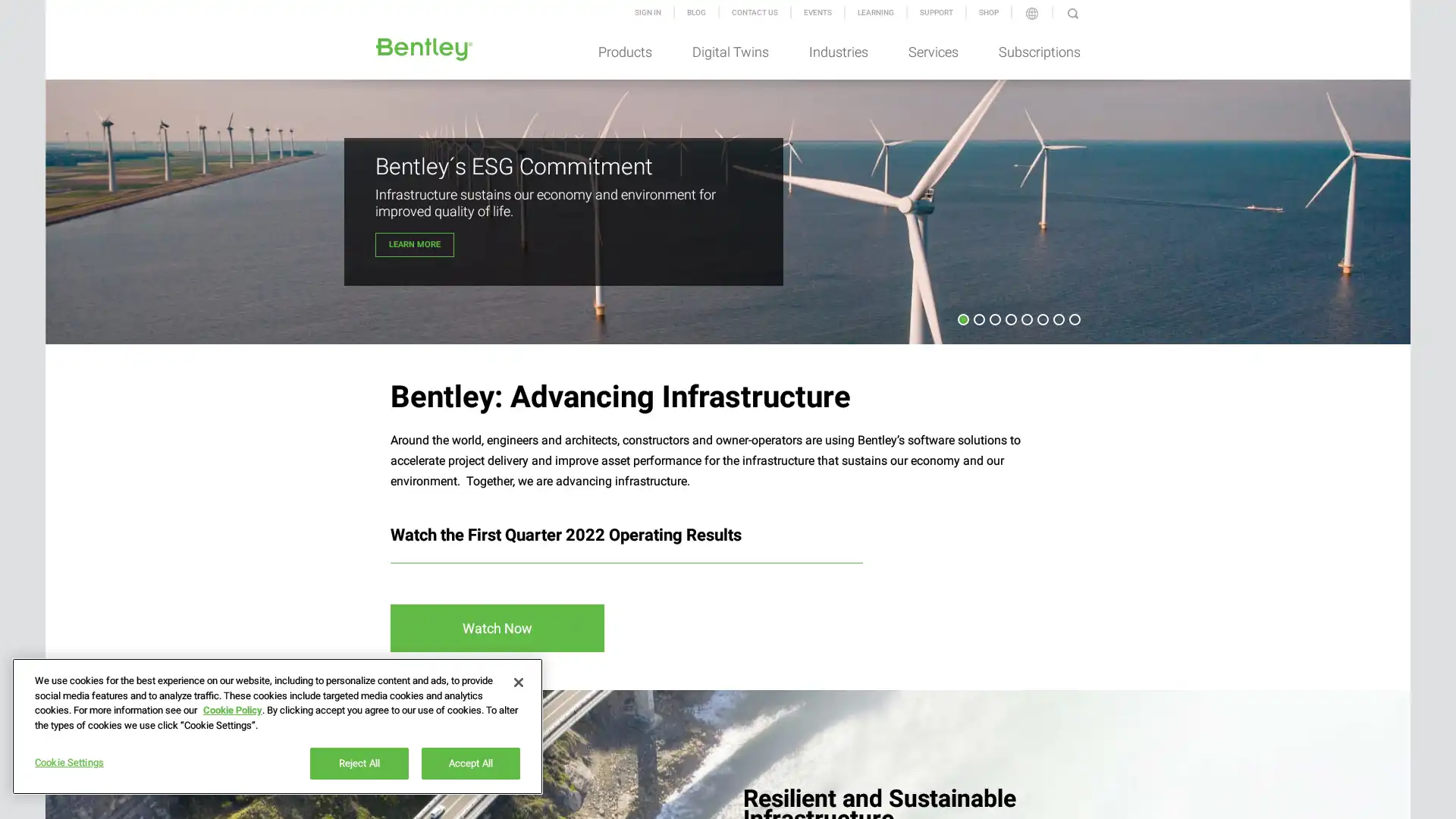 Image resolution: width=1456 pixels, height=819 pixels. Describe the element at coordinates (469, 763) in the screenshot. I see `Accept All` at that location.